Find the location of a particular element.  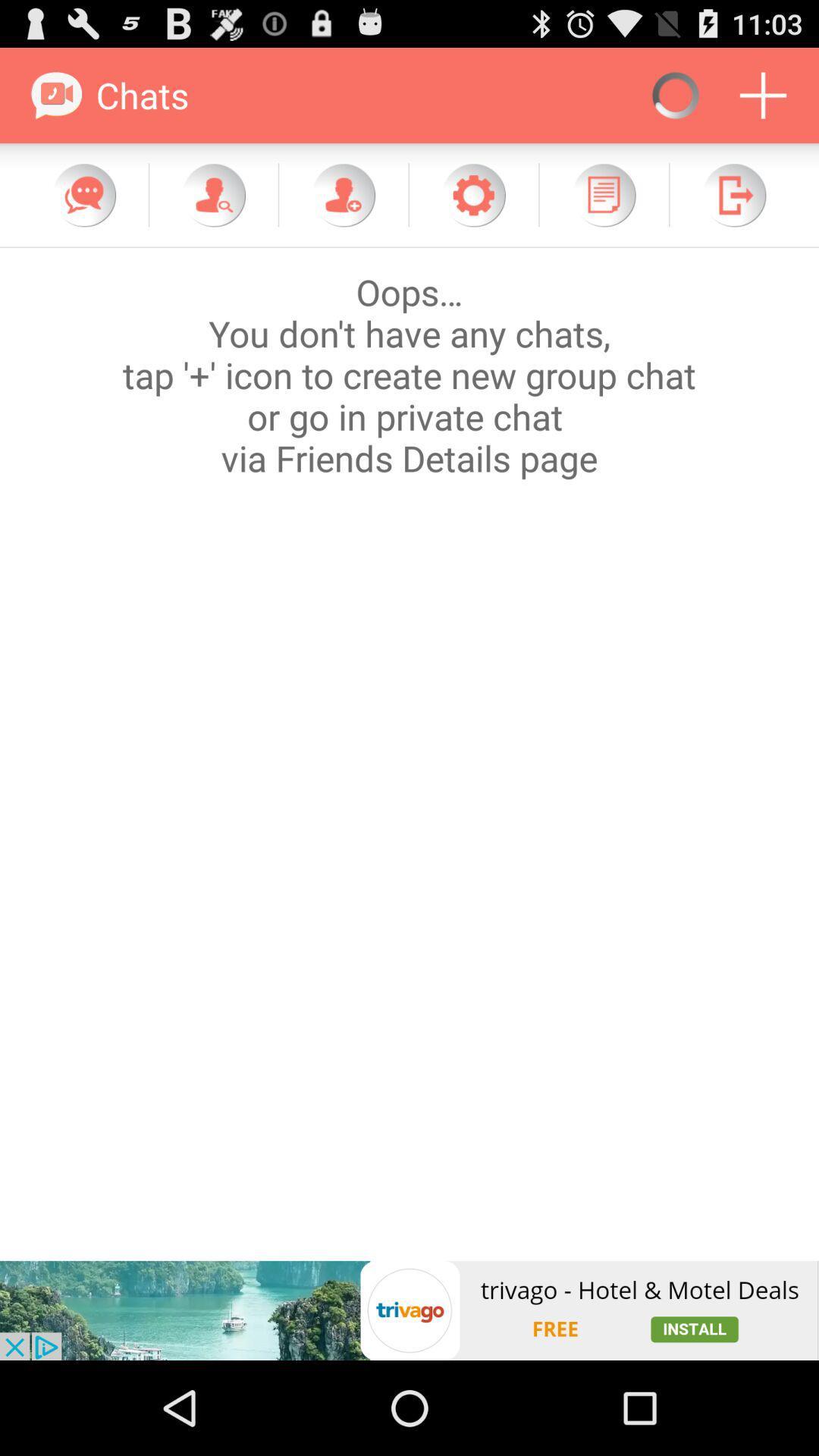

error occured is located at coordinates (409, 754).